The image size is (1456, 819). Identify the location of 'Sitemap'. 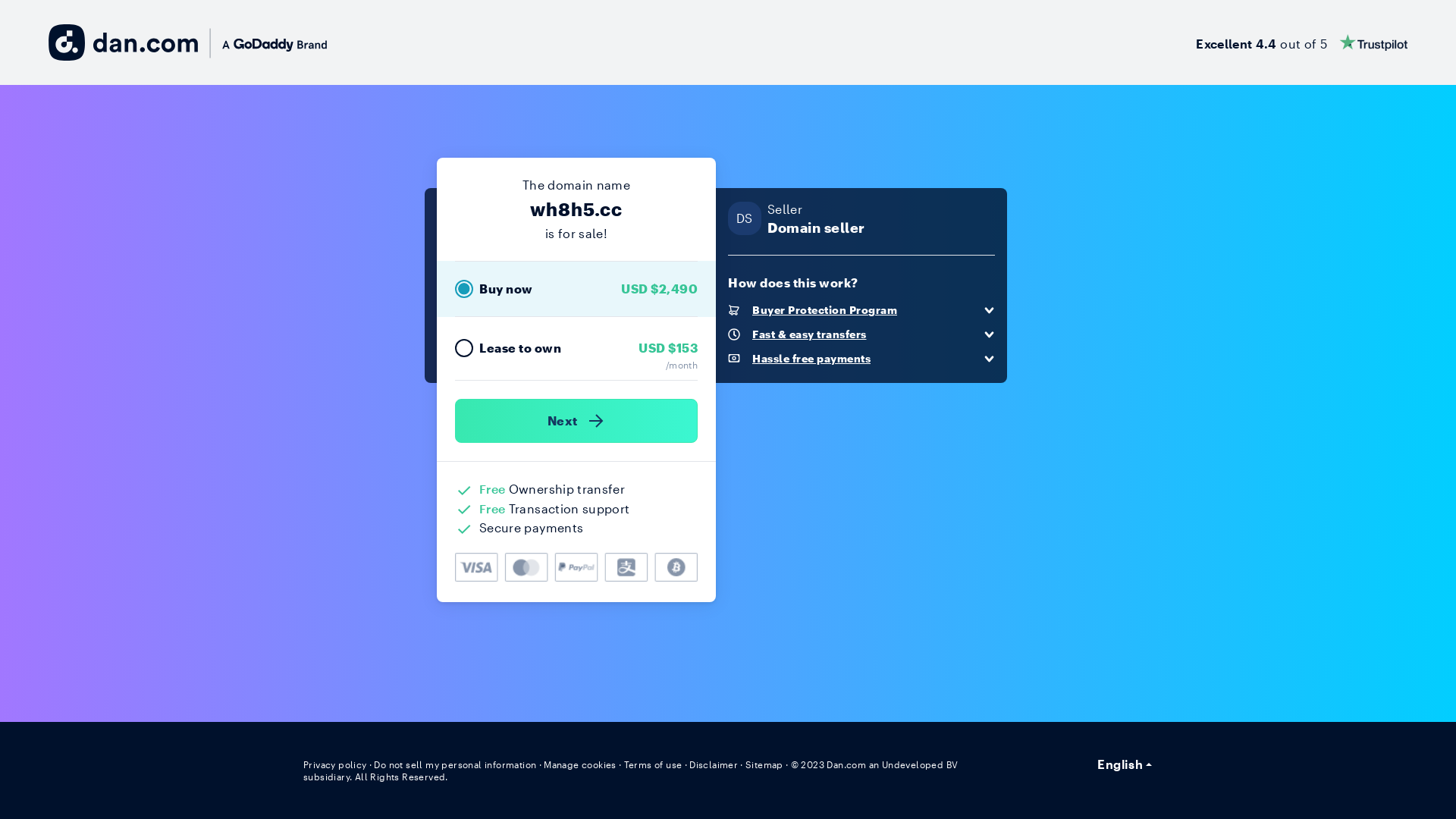
(764, 764).